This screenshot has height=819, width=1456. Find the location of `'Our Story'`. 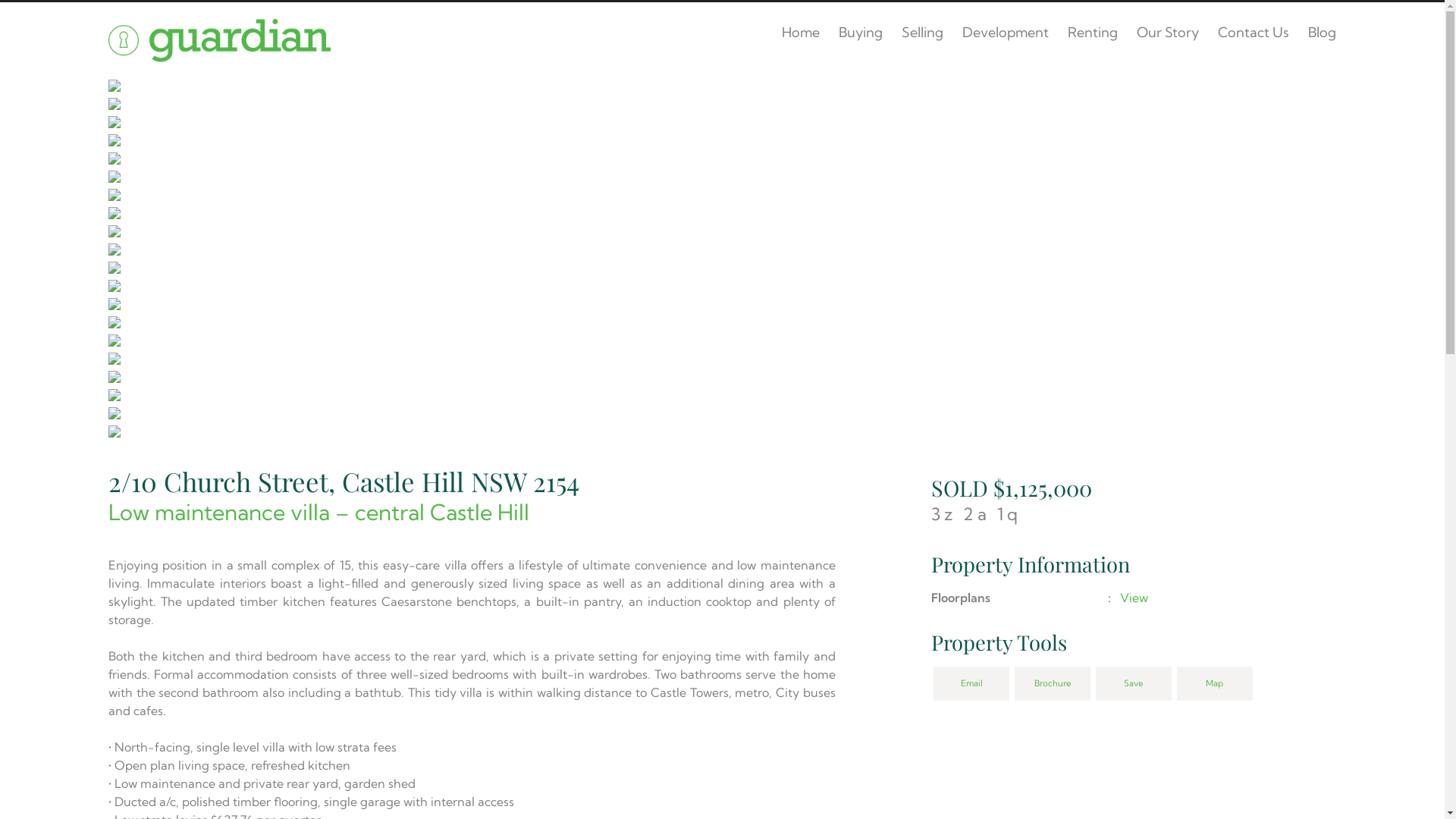

'Our Story' is located at coordinates (1167, 32).